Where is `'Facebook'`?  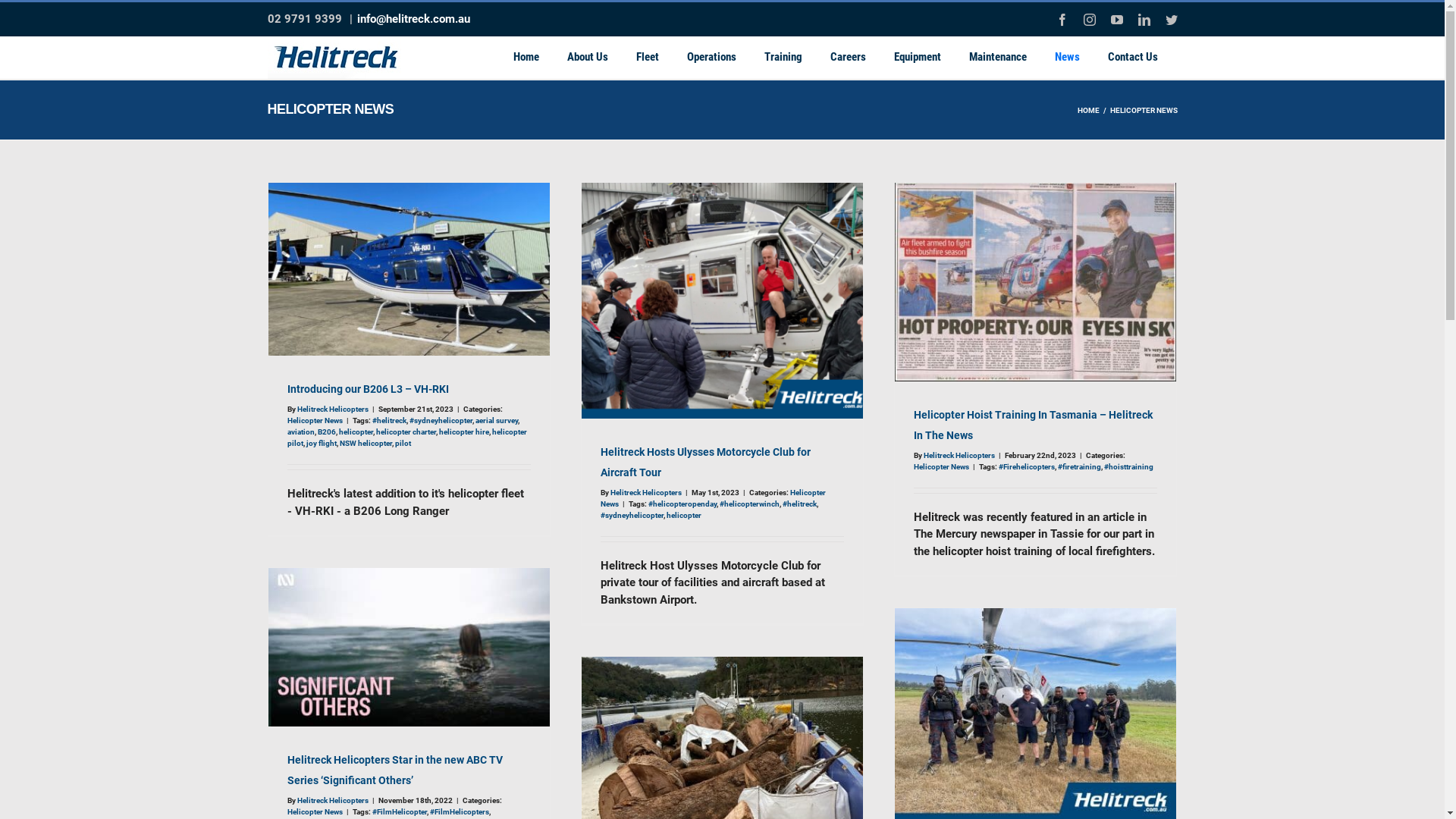
'Facebook' is located at coordinates (1061, 20).